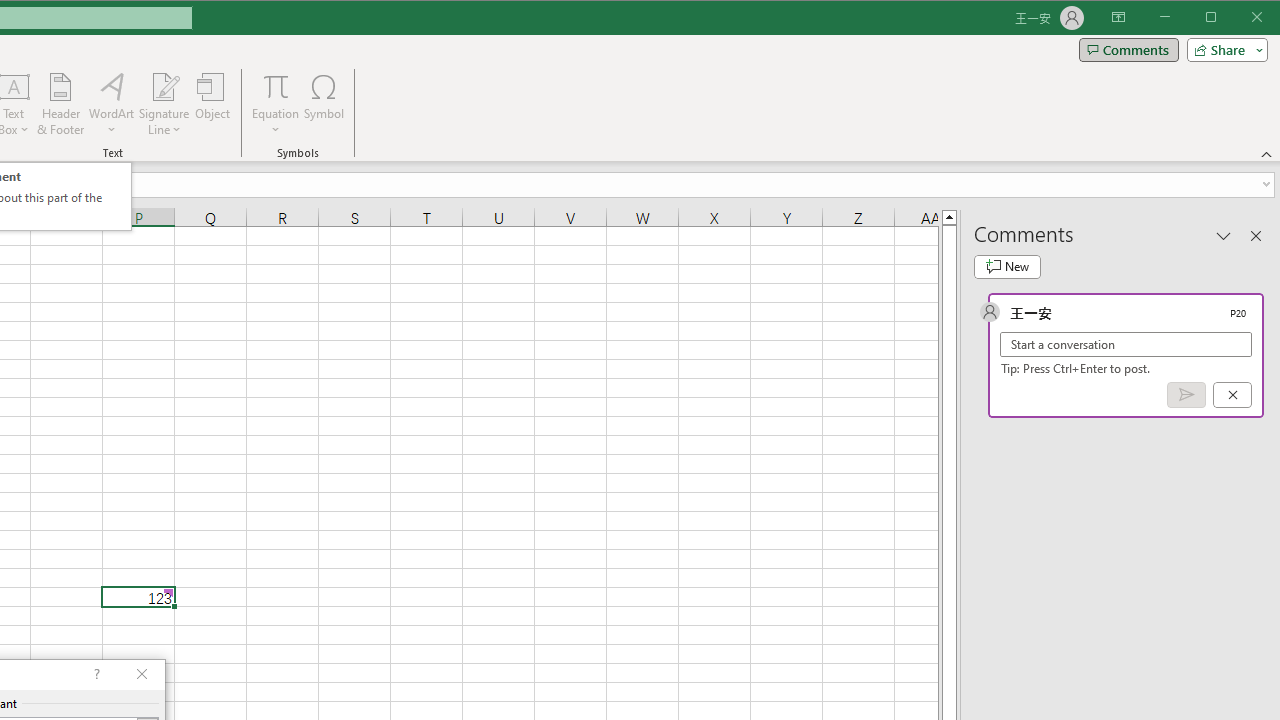 The width and height of the screenshot is (1280, 720). I want to click on 'Signature Line', so click(164, 85).